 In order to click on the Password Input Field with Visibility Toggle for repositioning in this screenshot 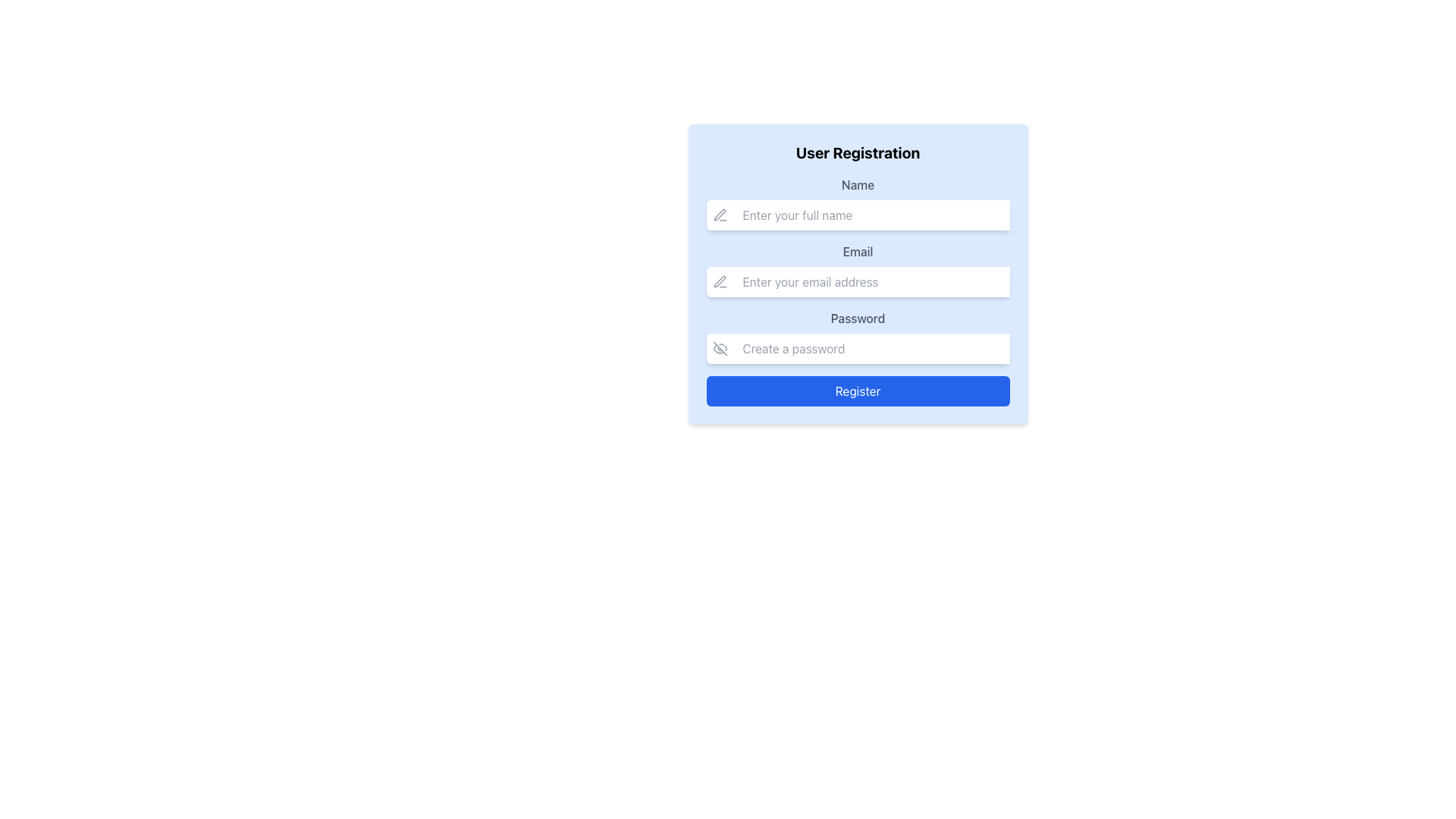, I will do `click(858, 348)`.